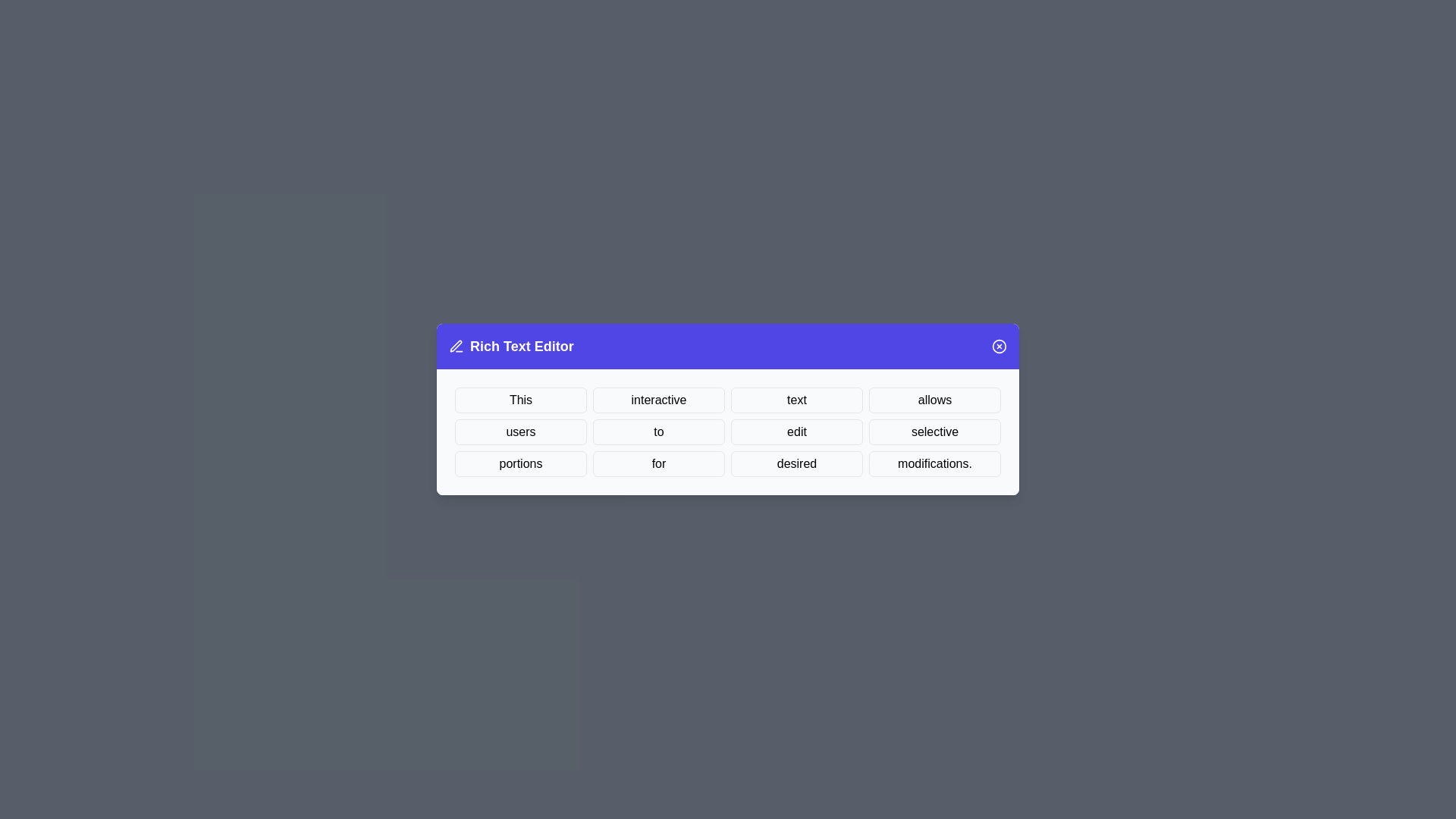 The image size is (1456, 819). I want to click on the word portions to select it, so click(520, 463).